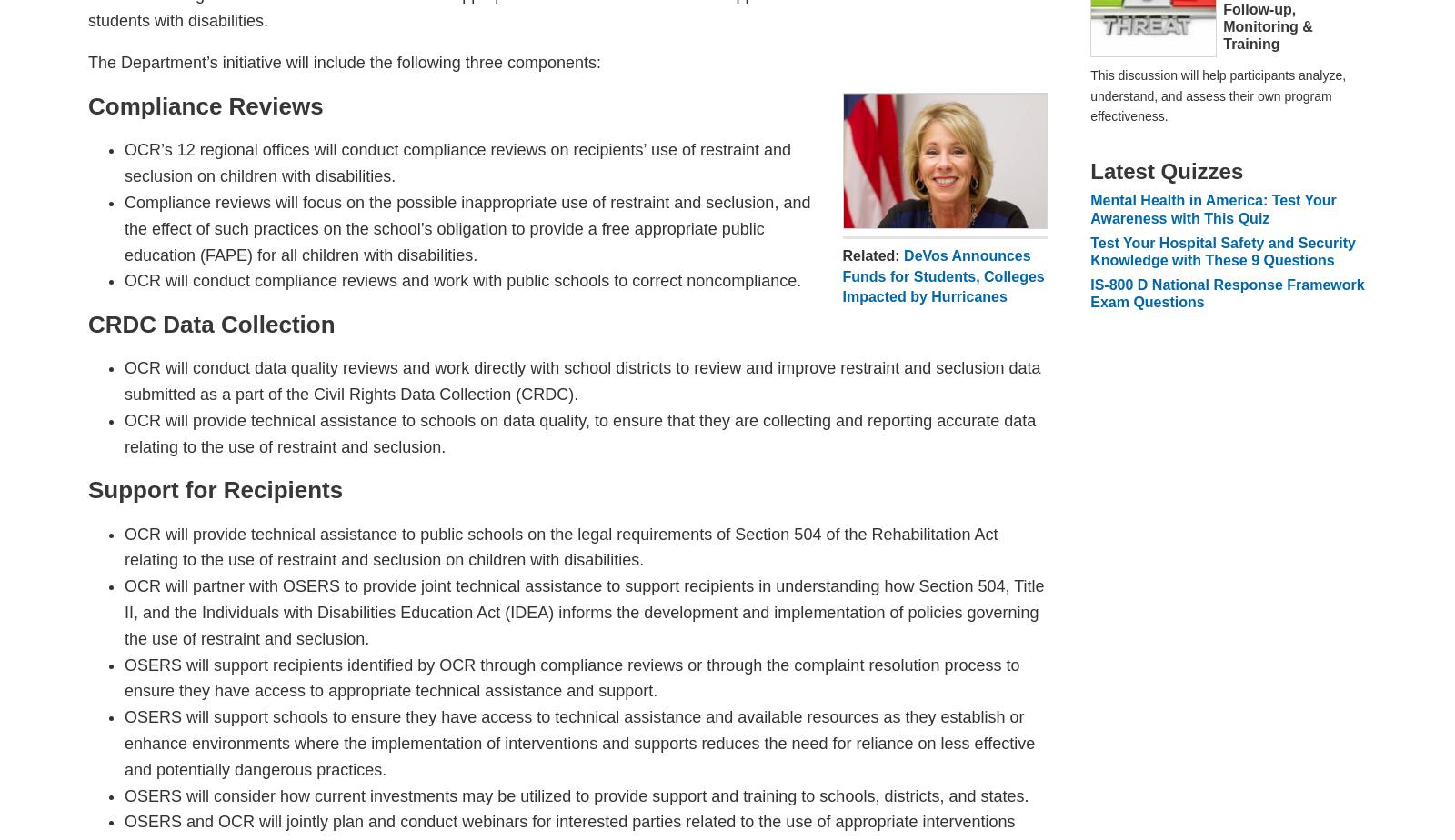 The width and height of the screenshot is (1455, 840). I want to click on 'OSERS will support recipients identified by OCR through compliance reviews or through the complaint resolution process to ensure they have access to appropriate technical assistance and support.', so click(571, 677).